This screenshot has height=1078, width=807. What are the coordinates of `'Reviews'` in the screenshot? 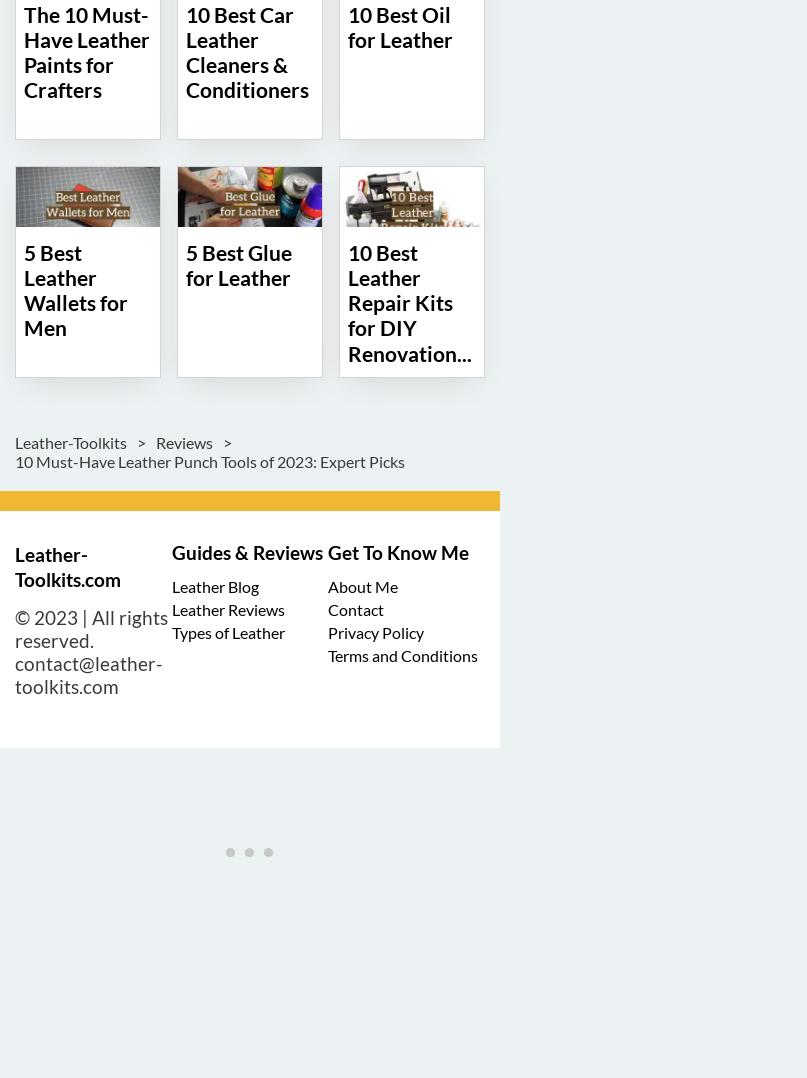 It's located at (186, 441).